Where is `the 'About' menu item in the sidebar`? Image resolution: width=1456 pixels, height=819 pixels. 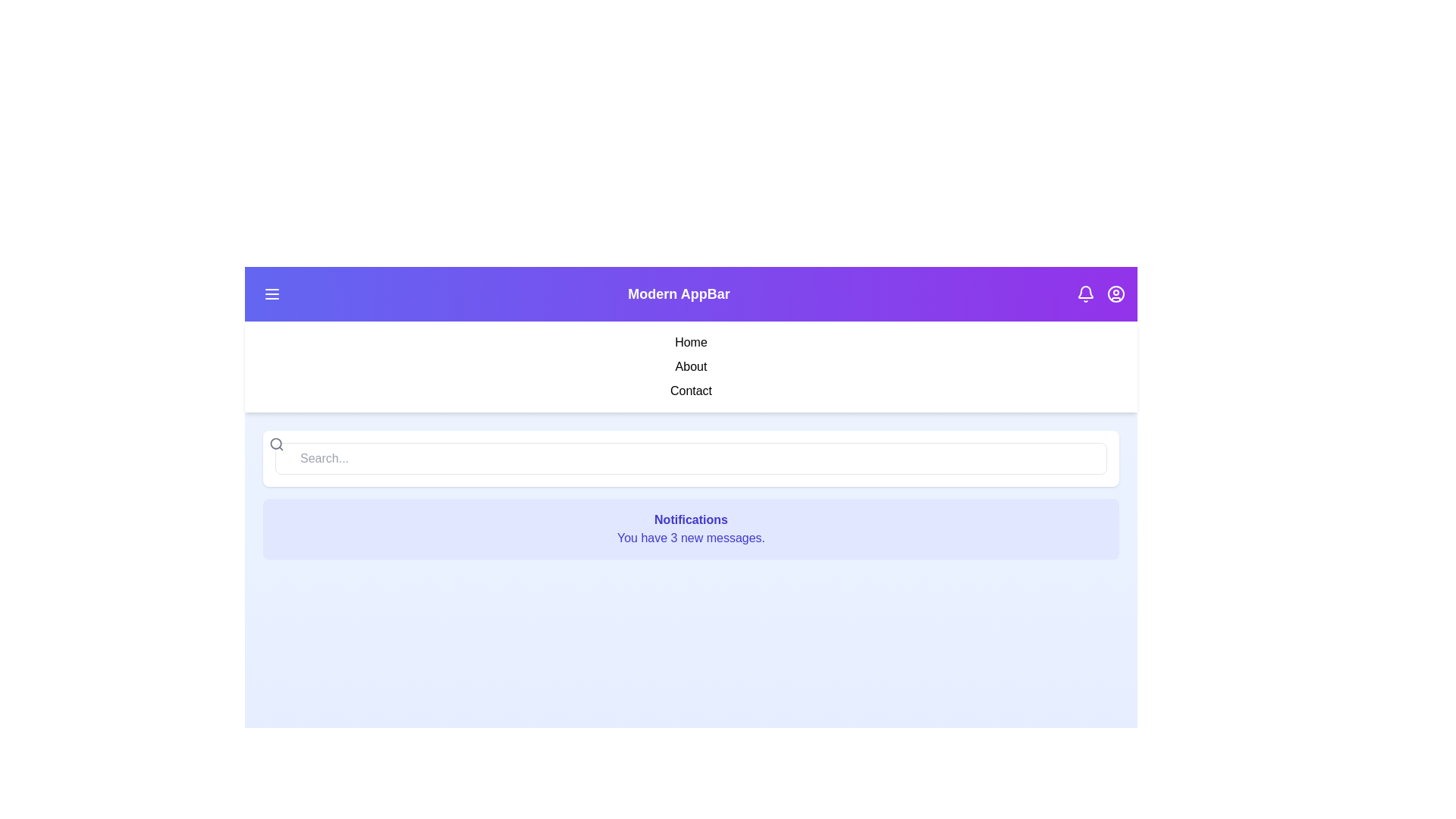
the 'About' menu item in the sidebar is located at coordinates (690, 366).